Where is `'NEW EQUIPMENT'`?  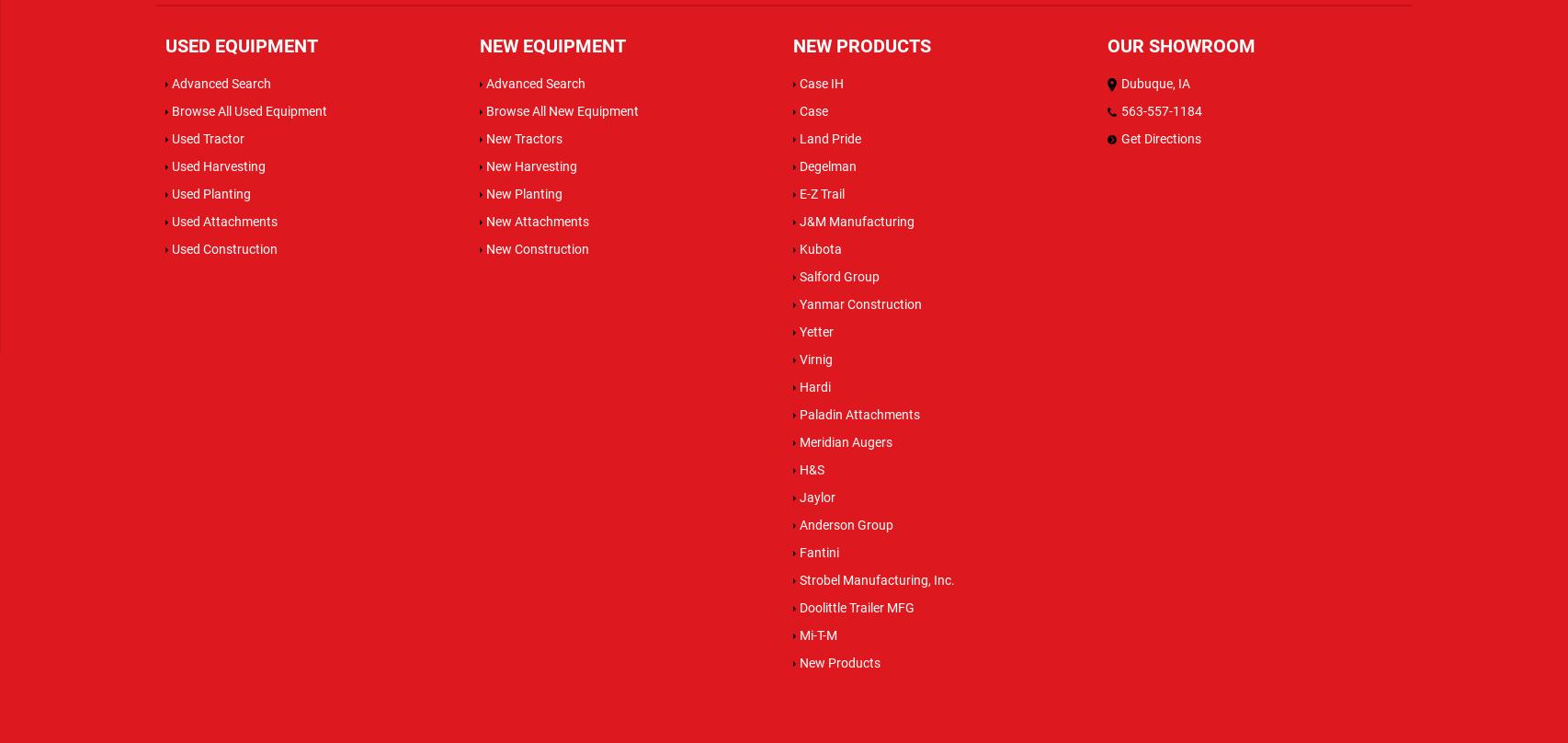
'NEW EQUIPMENT' is located at coordinates (478, 46).